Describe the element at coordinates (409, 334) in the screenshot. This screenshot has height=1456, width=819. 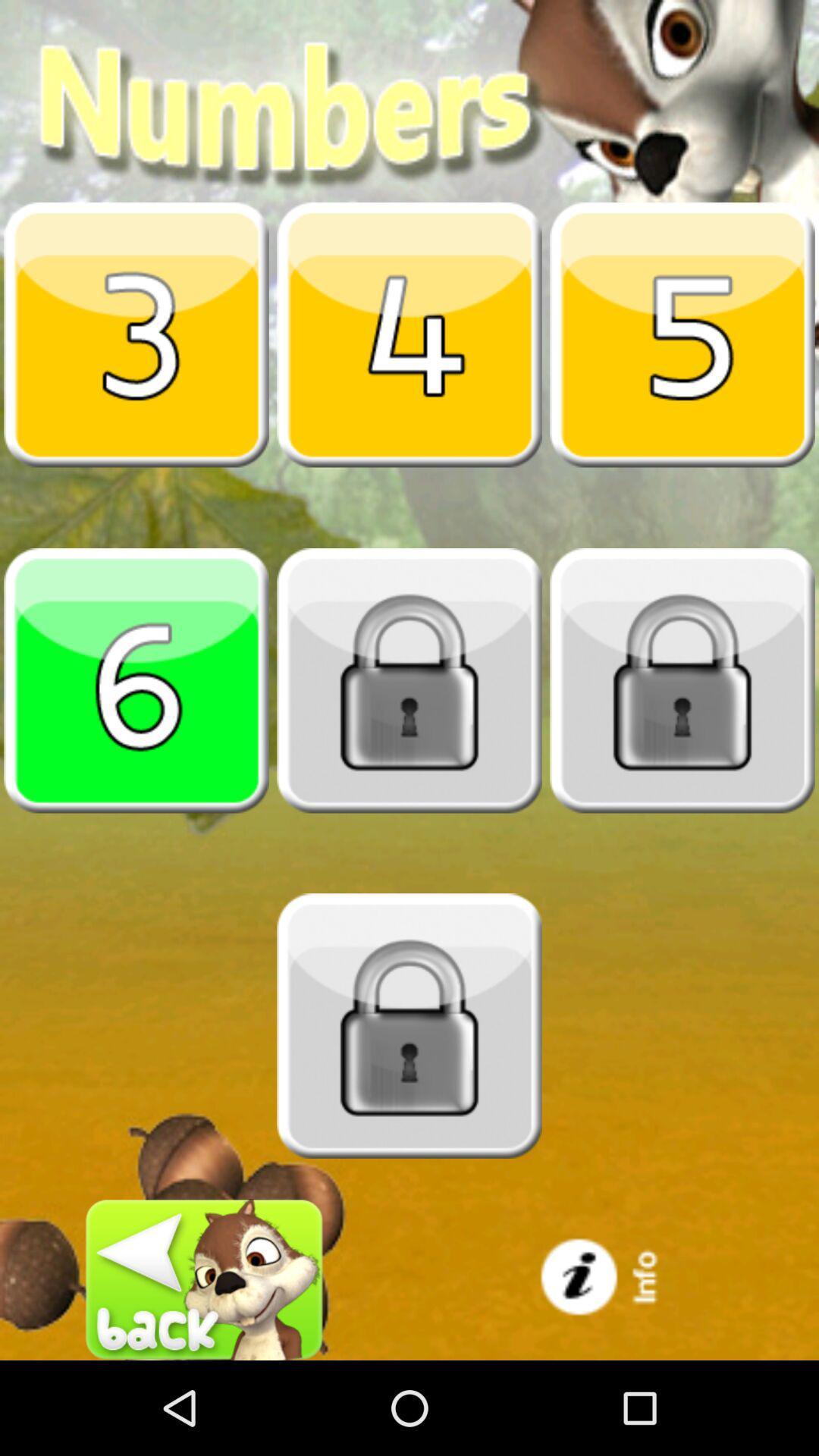
I see `number 4` at that location.